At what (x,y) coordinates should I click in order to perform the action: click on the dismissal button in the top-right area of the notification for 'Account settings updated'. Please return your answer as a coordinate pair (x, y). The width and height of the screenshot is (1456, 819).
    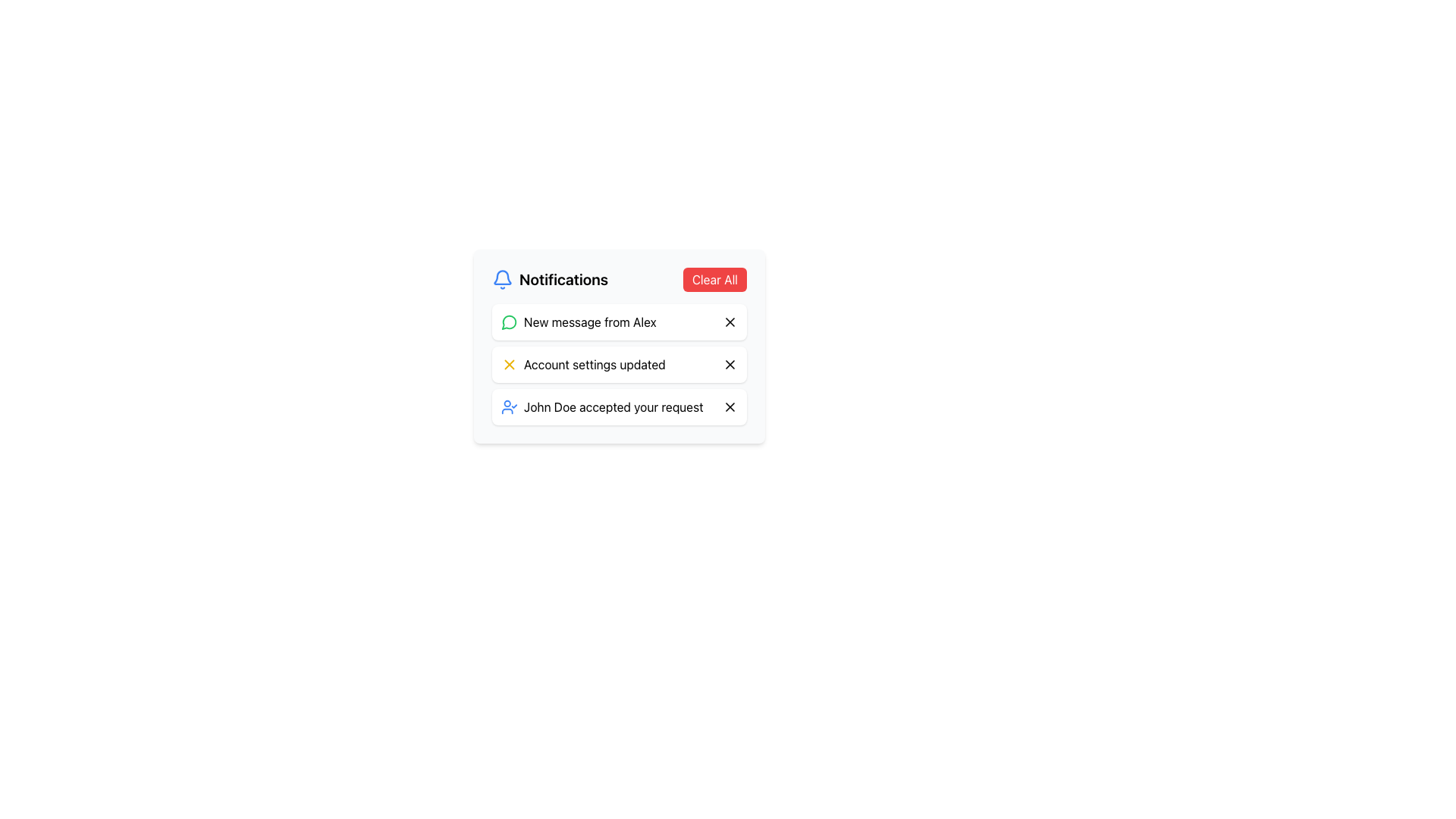
    Looking at the image, I should click on (730, 365).